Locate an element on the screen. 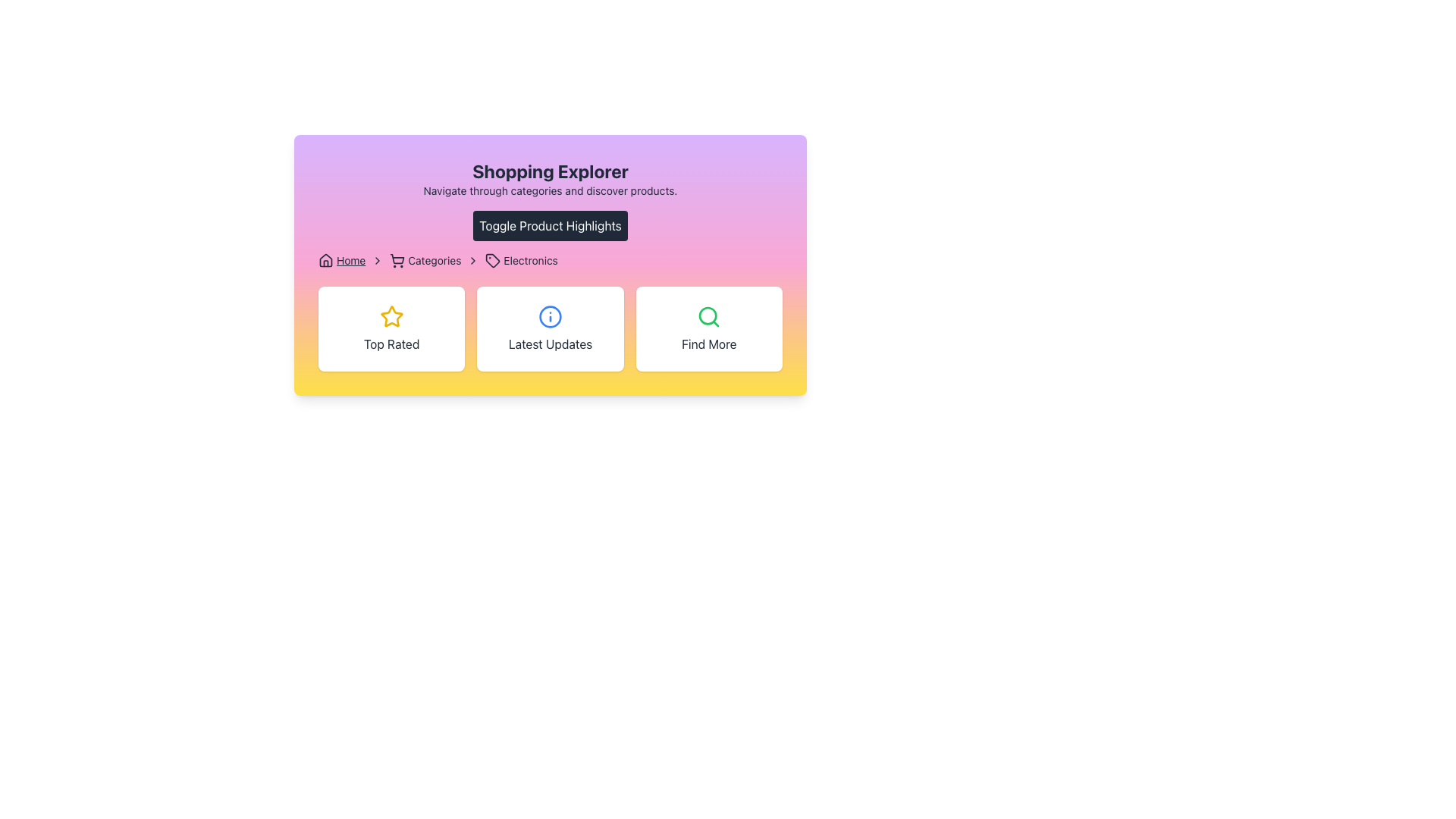 Image resolution: width=1456 pixels, height=819 pixels. the grid containing three columns with icons and labels: 'Top Rated', 'Latest Updates', and 'Find More' is located at coordinates (549, 328).